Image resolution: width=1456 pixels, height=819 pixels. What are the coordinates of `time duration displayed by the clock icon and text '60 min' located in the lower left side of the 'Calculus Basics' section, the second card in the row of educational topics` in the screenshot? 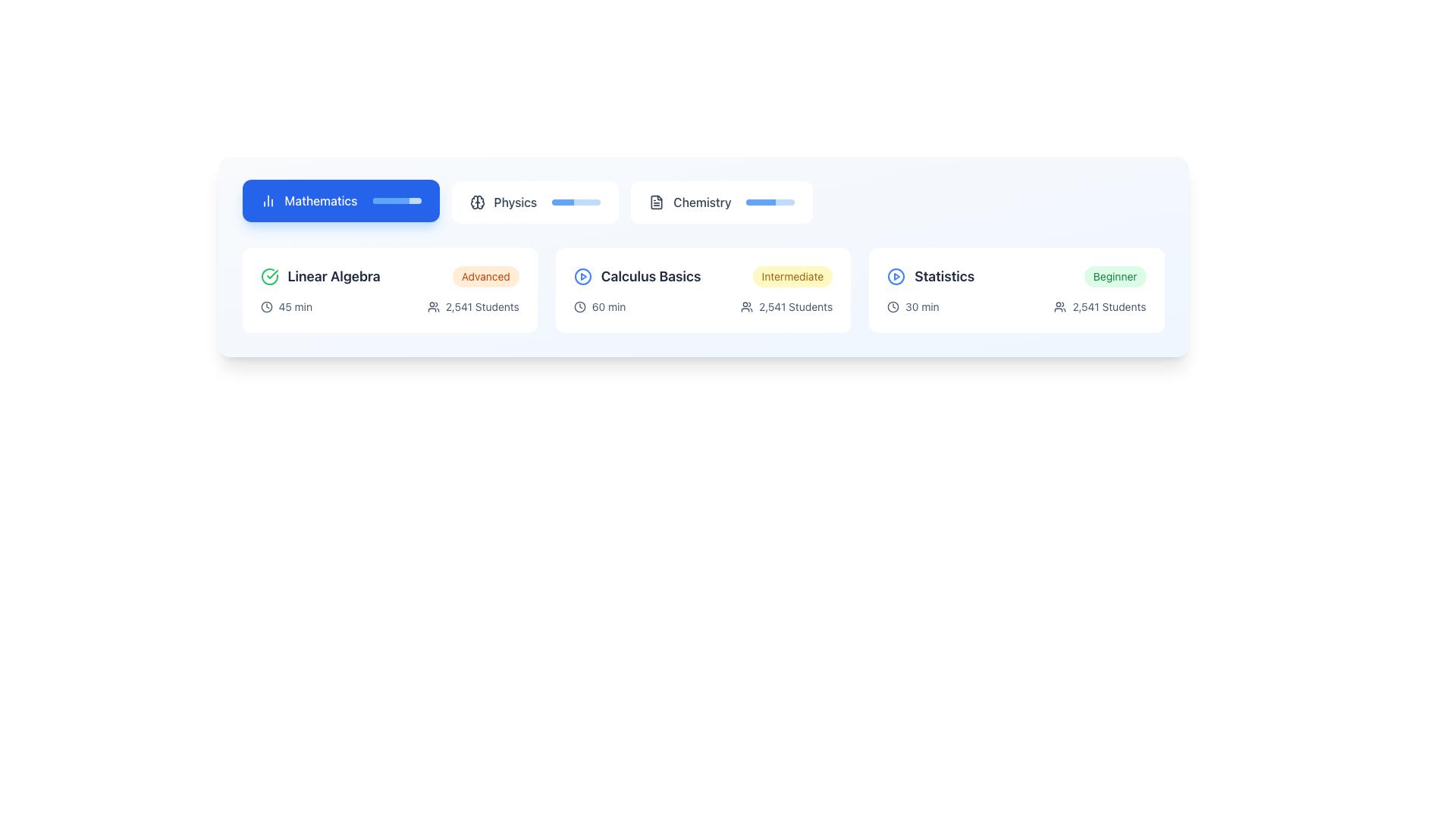 It's located at (599, 307).